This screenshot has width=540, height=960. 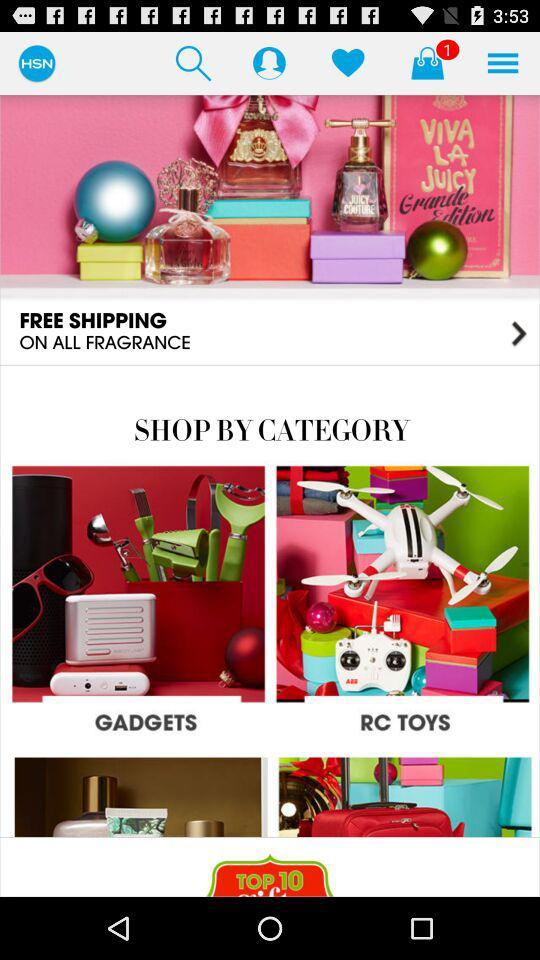 I want to click on user profile, so click(x=269, y=62).